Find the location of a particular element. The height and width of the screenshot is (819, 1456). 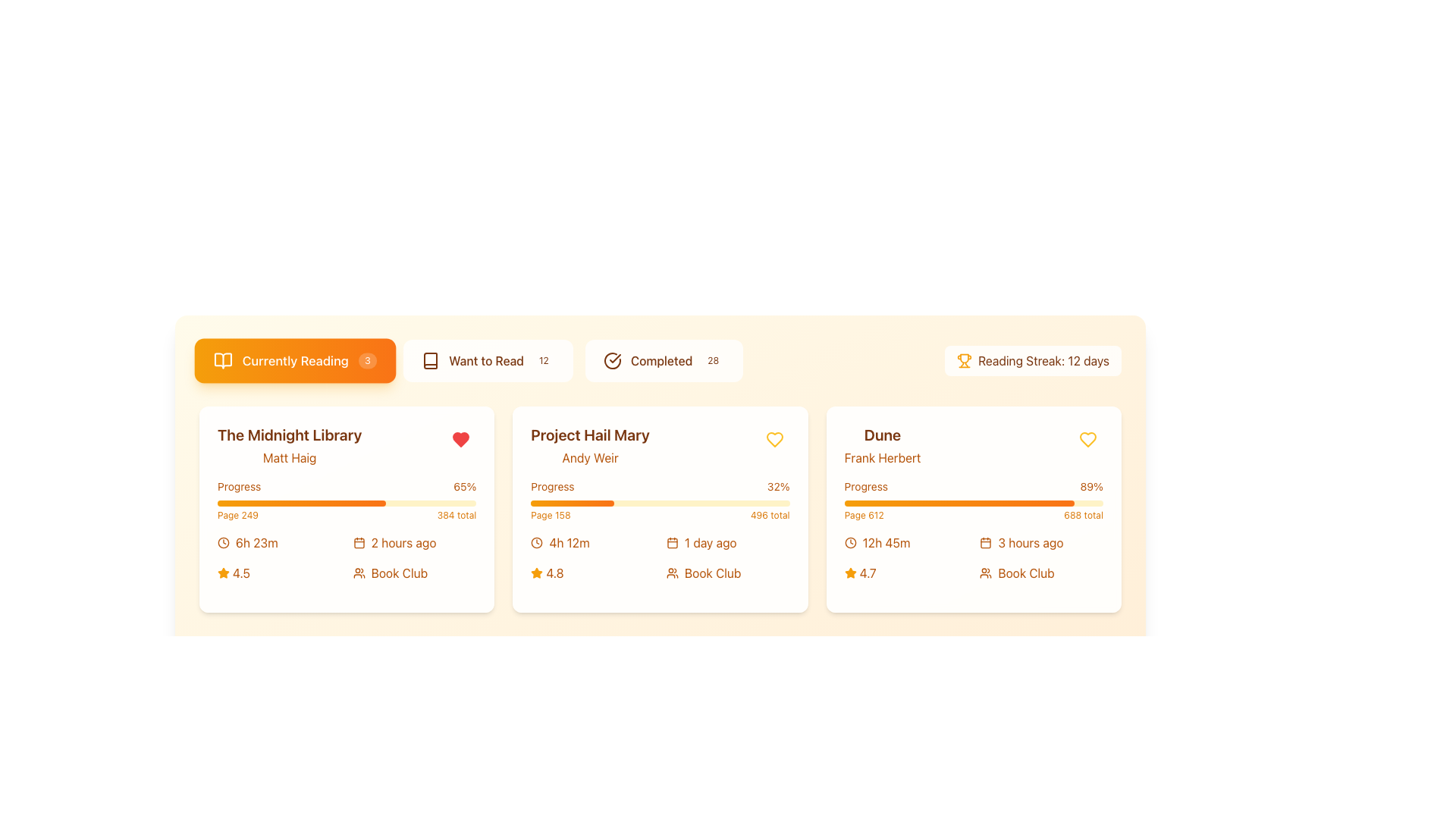

the information display component showing 'Reading Streak: 12 days' with a trophy icon for accessibility interaction is located at coordinates (1032, 360).